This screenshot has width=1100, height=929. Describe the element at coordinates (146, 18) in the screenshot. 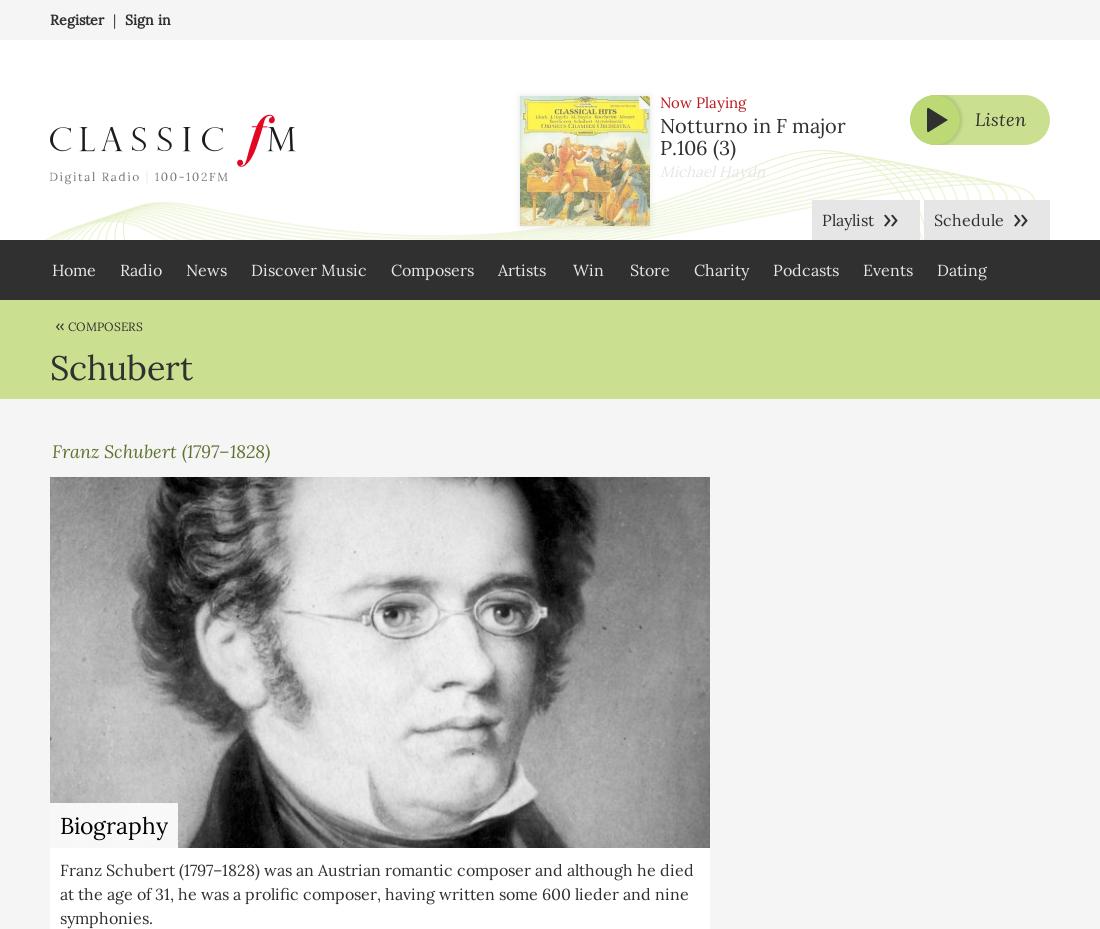

I see `'Sign in'` at that location.